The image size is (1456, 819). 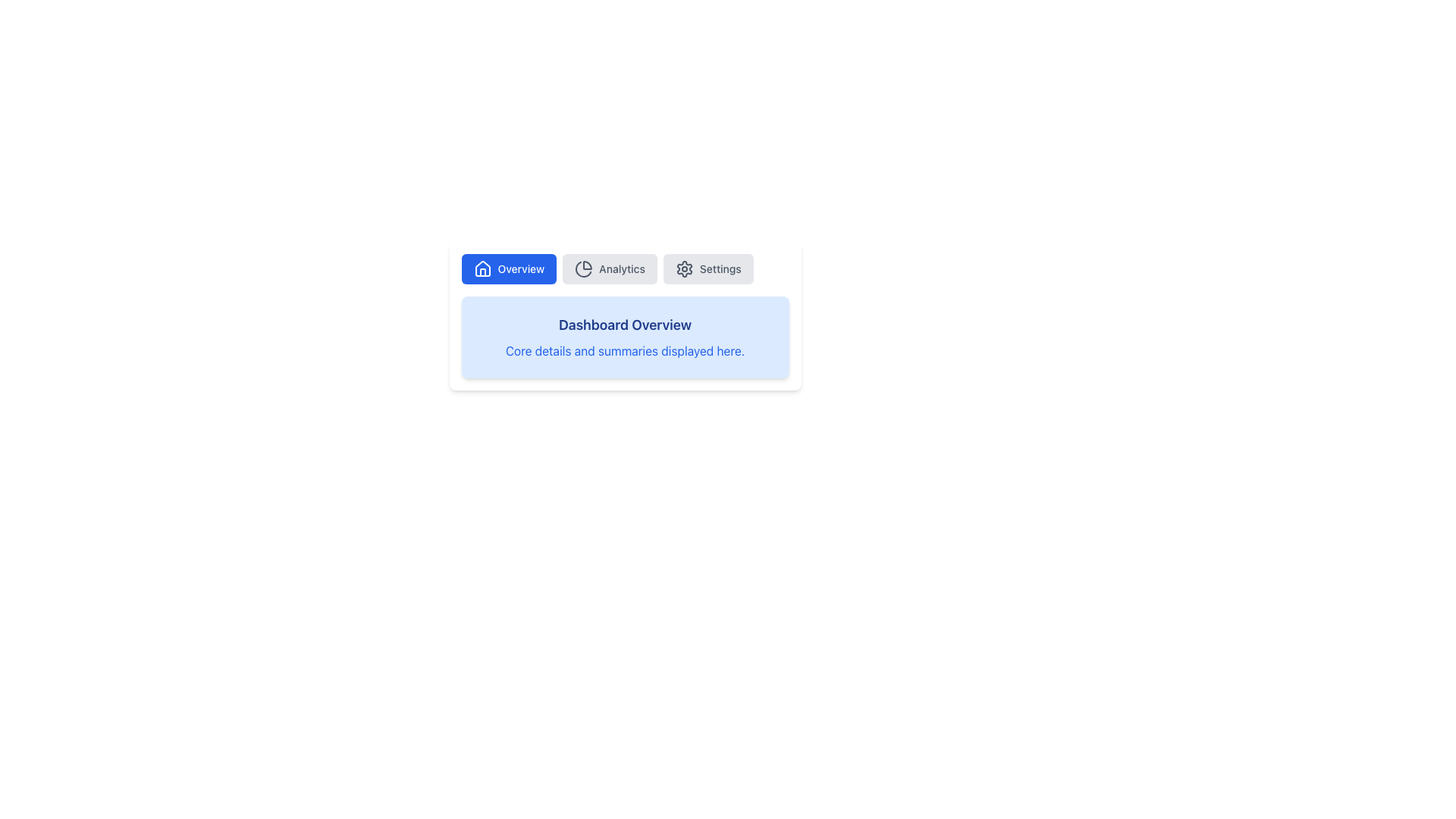 What do you see at coordinates (582, 268) in the screenshot?
I see `the 'Analytics' button icon by clicking on its center point to access its functionalities indirectly` at bounding box center [582, 268].